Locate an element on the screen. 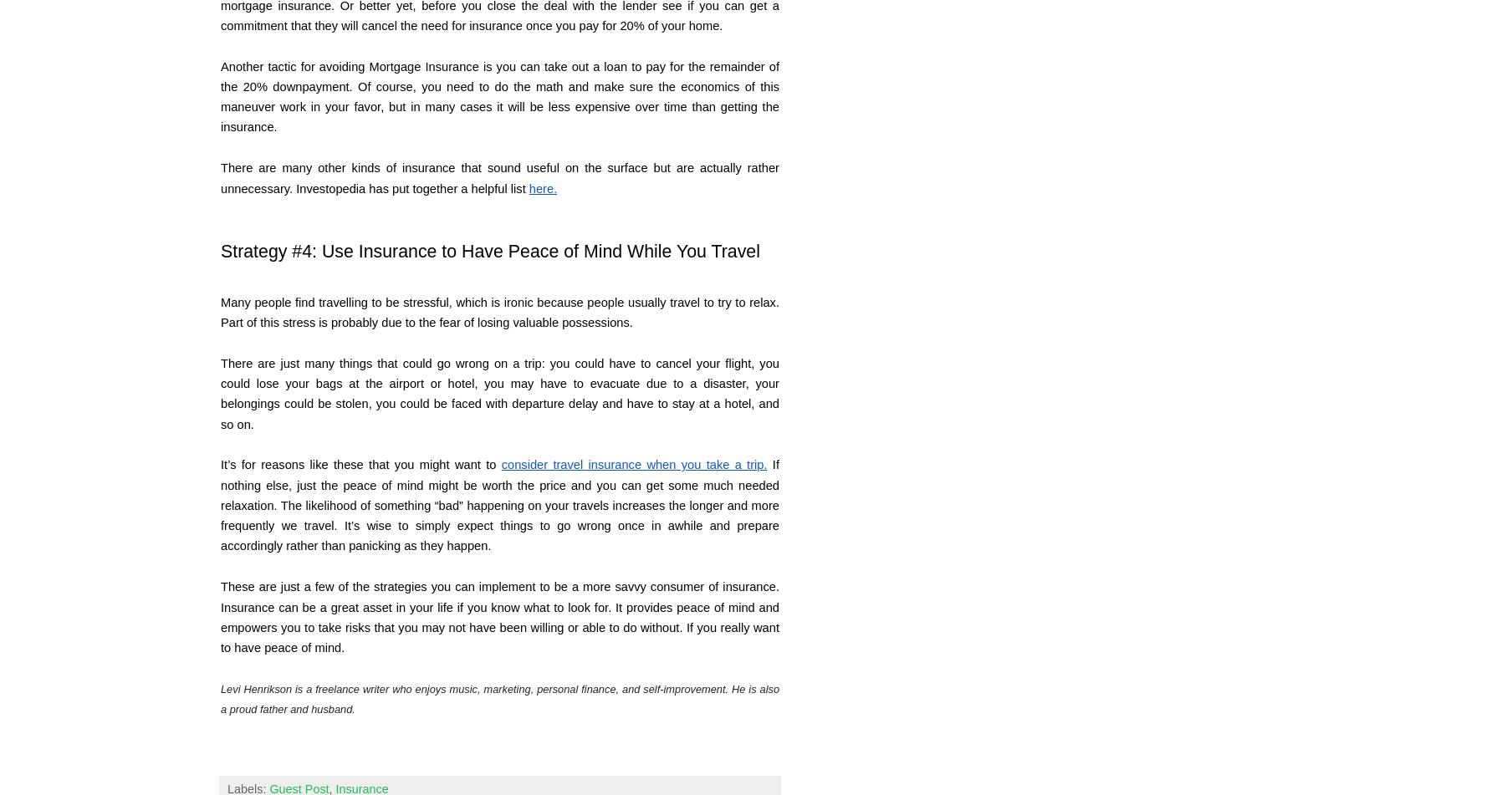  'Another tactic for avoiding Mortgage Insurance is you can take out a loan to pay for the remainder of the 20% downpayment. Of course, you need to do the math and make sure the economics of this maneuver work in your favor, but in many cases it will be less expensive over time than getting the insurance.' is located at coordinates (501, 96).